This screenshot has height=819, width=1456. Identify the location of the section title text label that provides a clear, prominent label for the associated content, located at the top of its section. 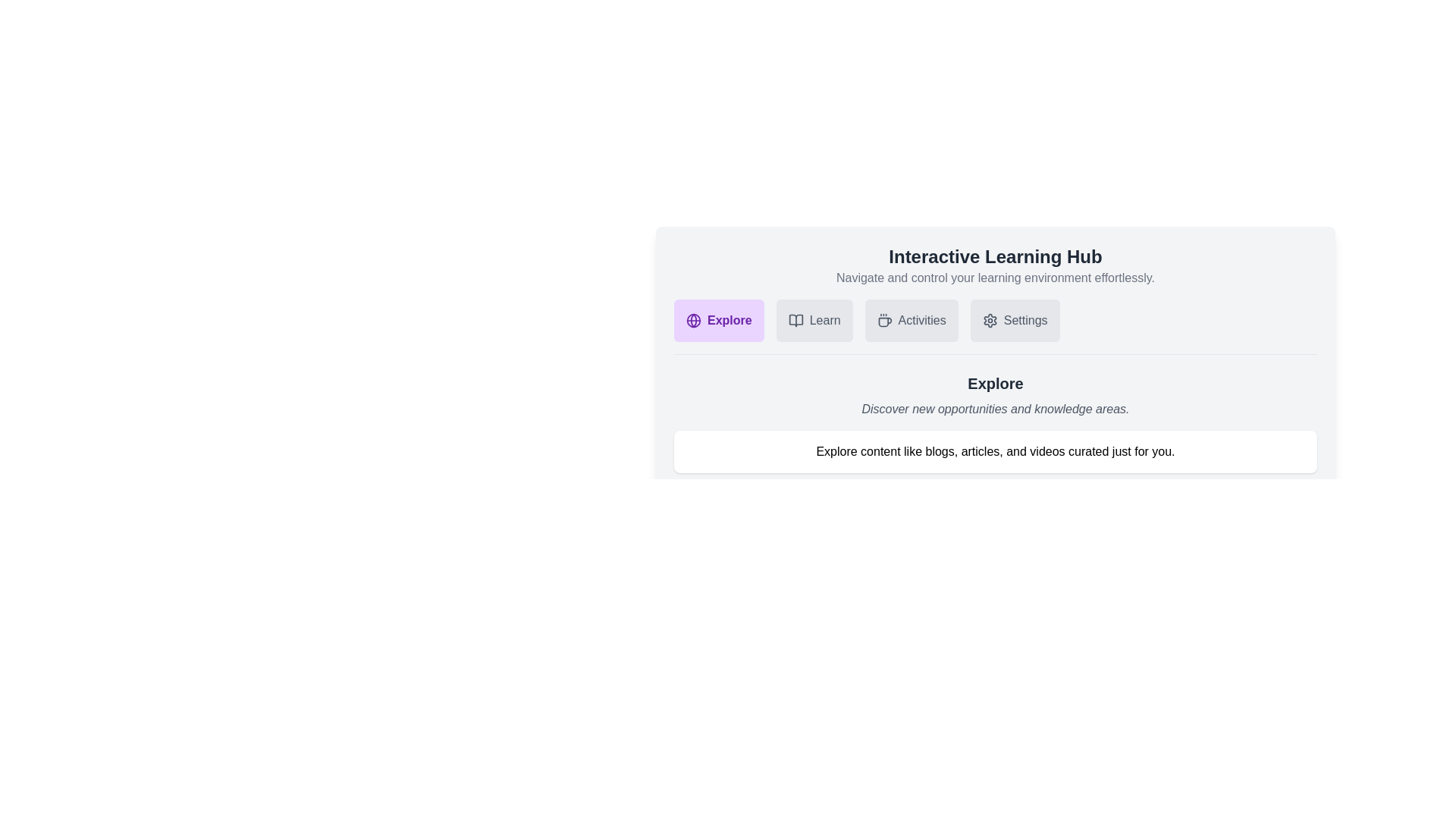
(996, 256).